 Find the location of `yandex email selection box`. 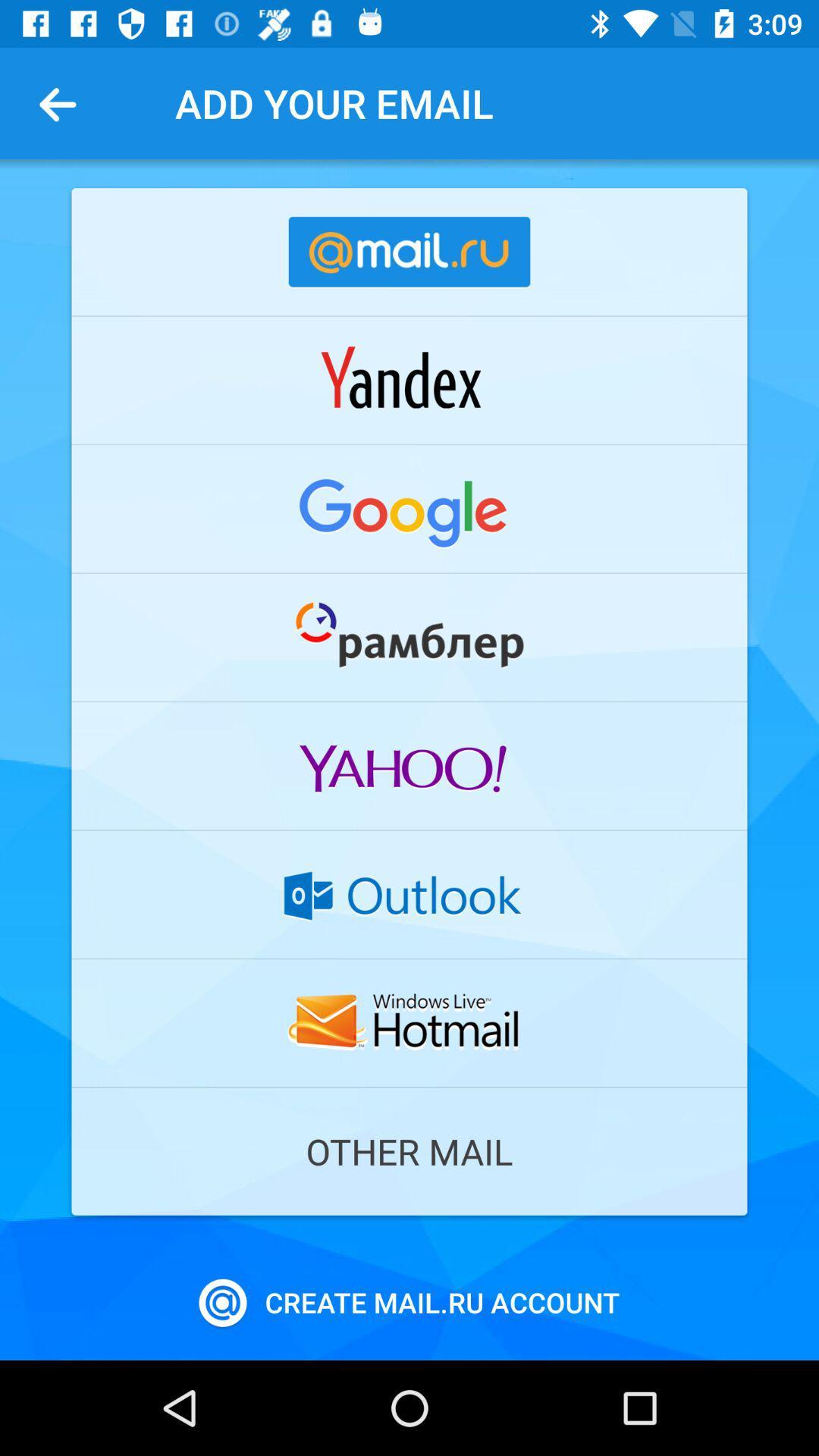

yandex email selection box is located at coordinates (409, 380).